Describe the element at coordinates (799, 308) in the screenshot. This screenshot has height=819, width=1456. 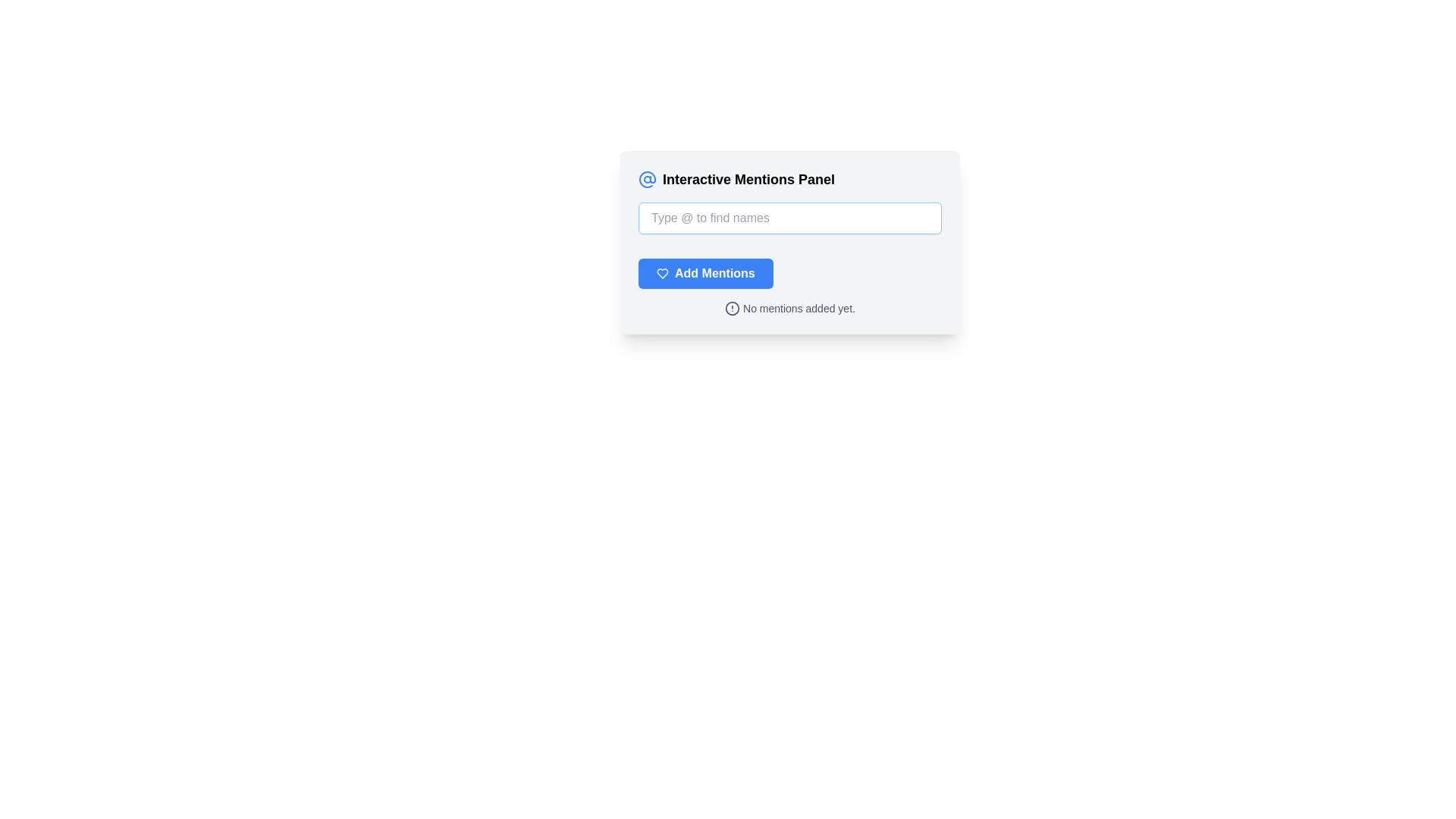
I see `the text label displaying 'No mentions added yet.' in gray color, located next to the circular alert icon in the 'Interactive Mentions Panel.'` at that location.